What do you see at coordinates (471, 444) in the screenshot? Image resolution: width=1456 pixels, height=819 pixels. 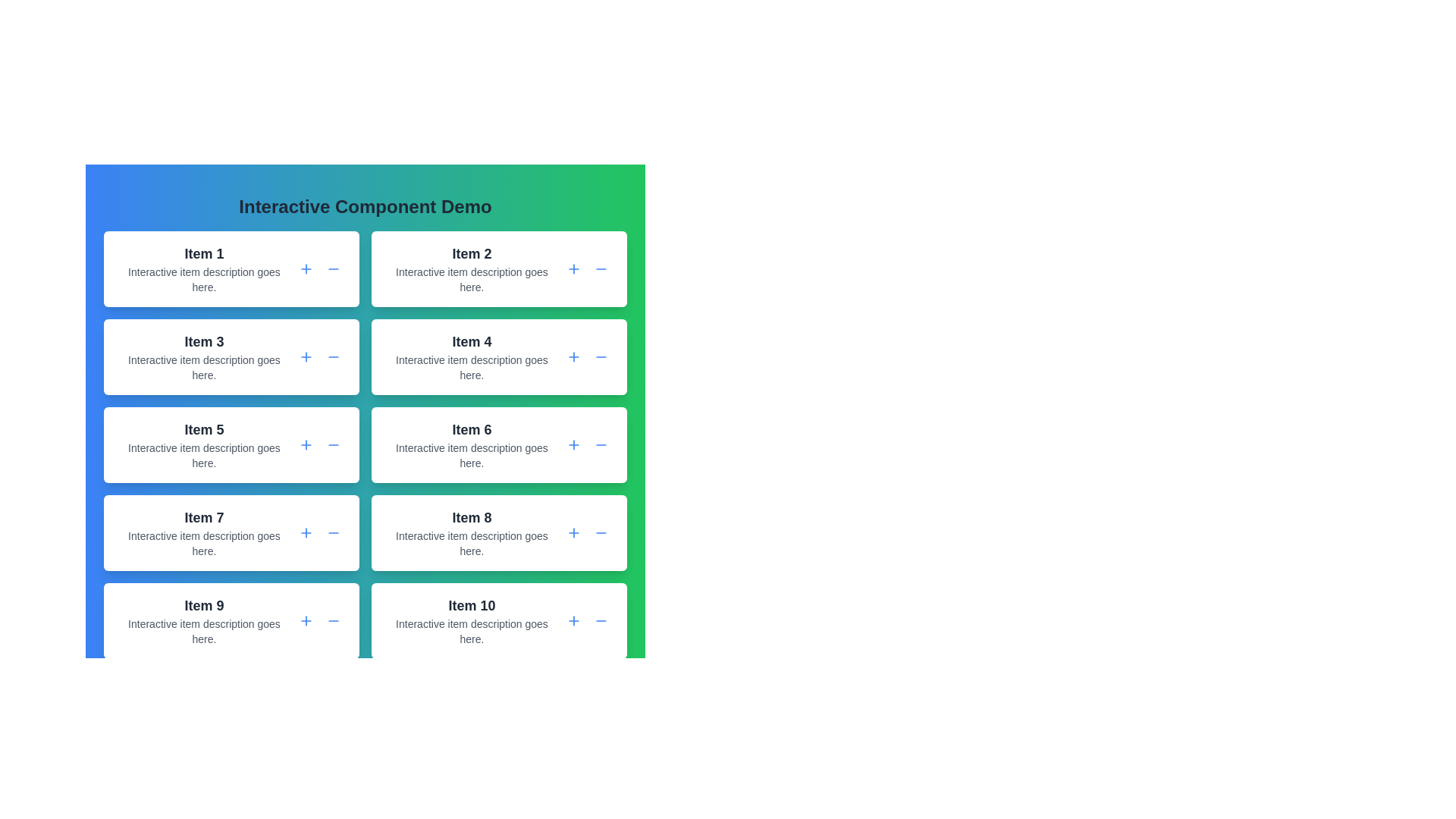 I see `the Text display block titled 'Item 6' that includes the description 'Interactive item description goes here.'` at bounding box center [471, 444].